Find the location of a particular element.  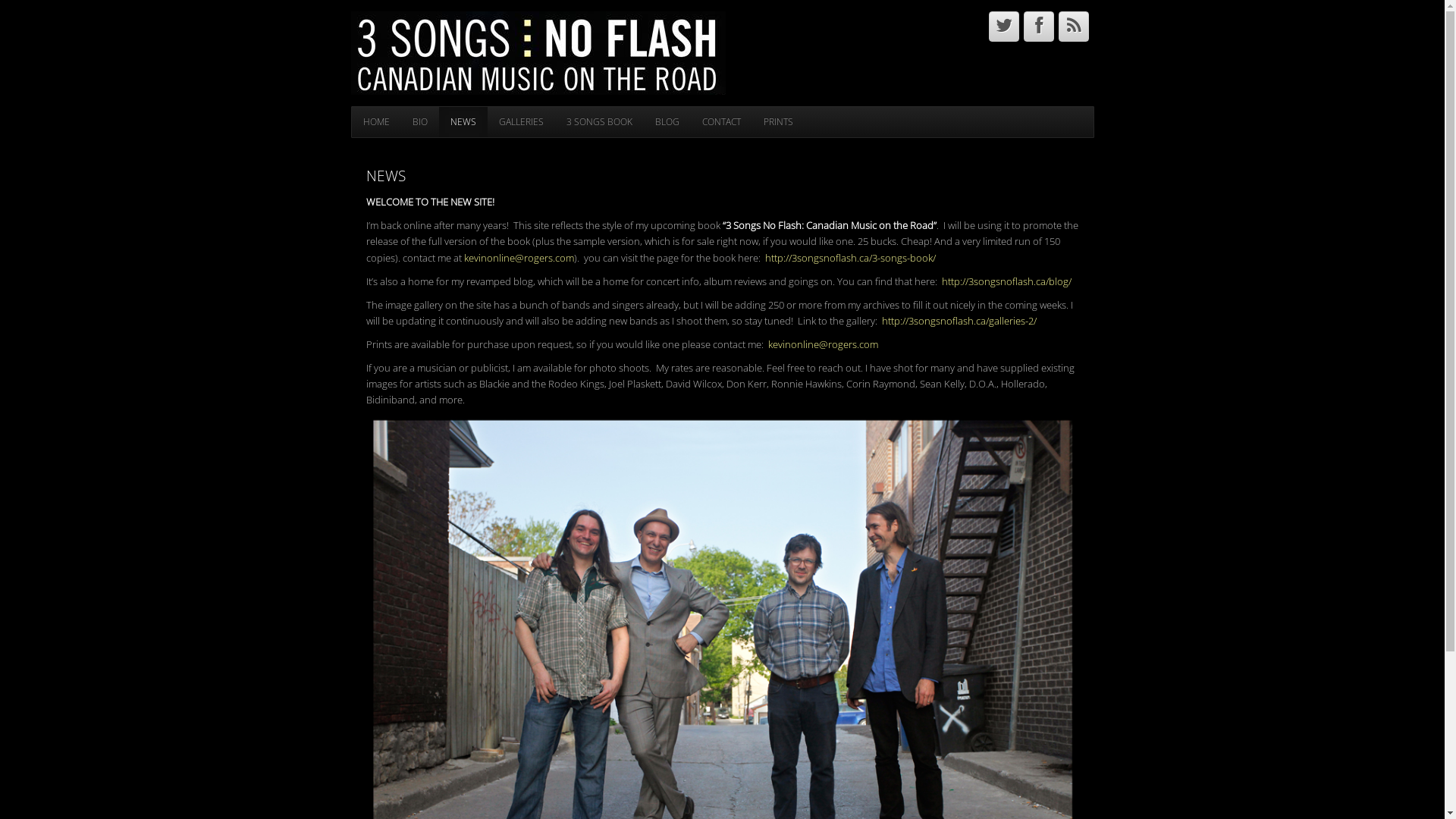

'3 Songs No Flash Facebook' is located at coordinates (1037, 26).